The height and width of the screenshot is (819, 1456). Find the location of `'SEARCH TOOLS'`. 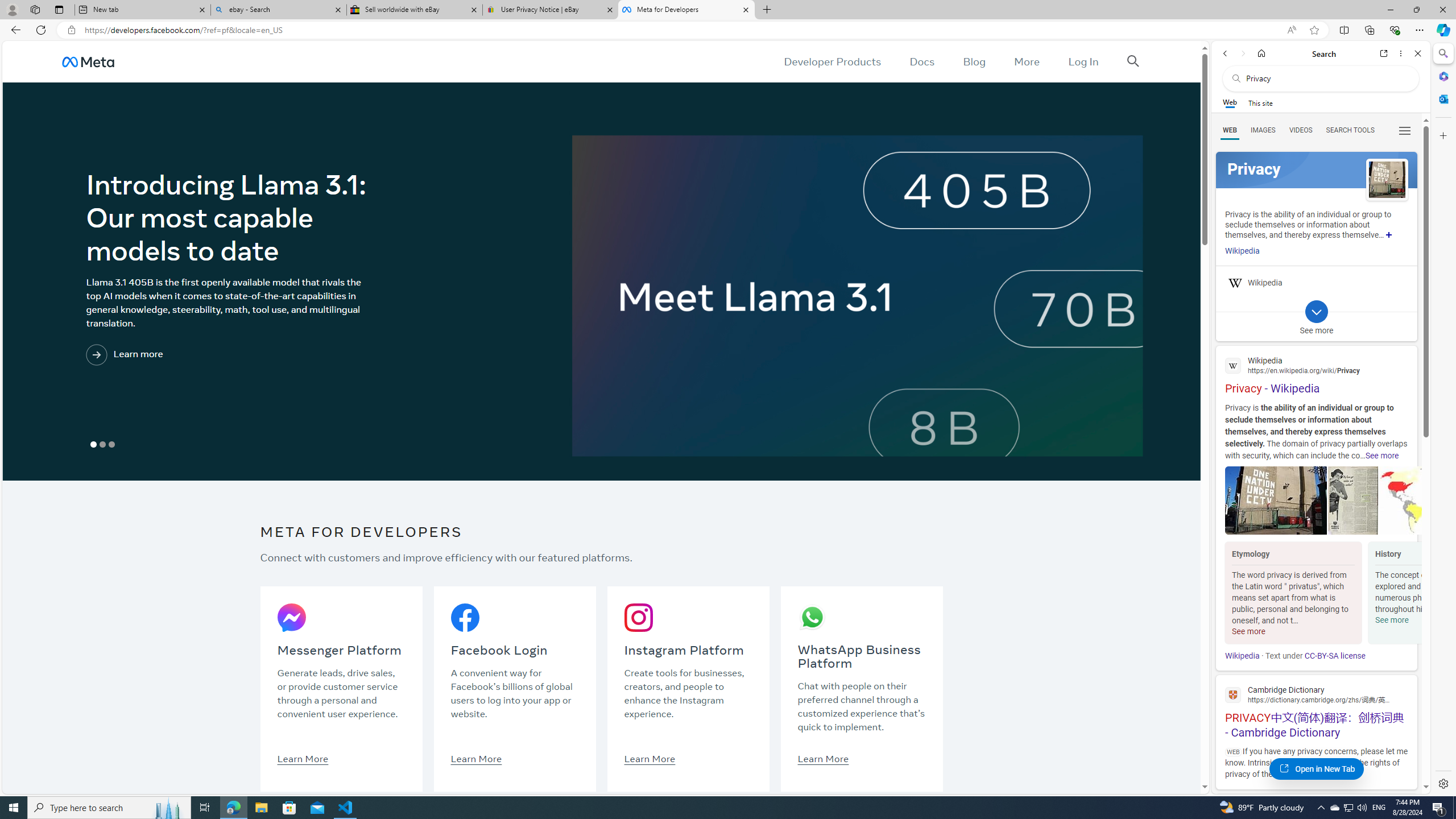

'SEARCH TOOLS' is located at coordinates (1350, 130).